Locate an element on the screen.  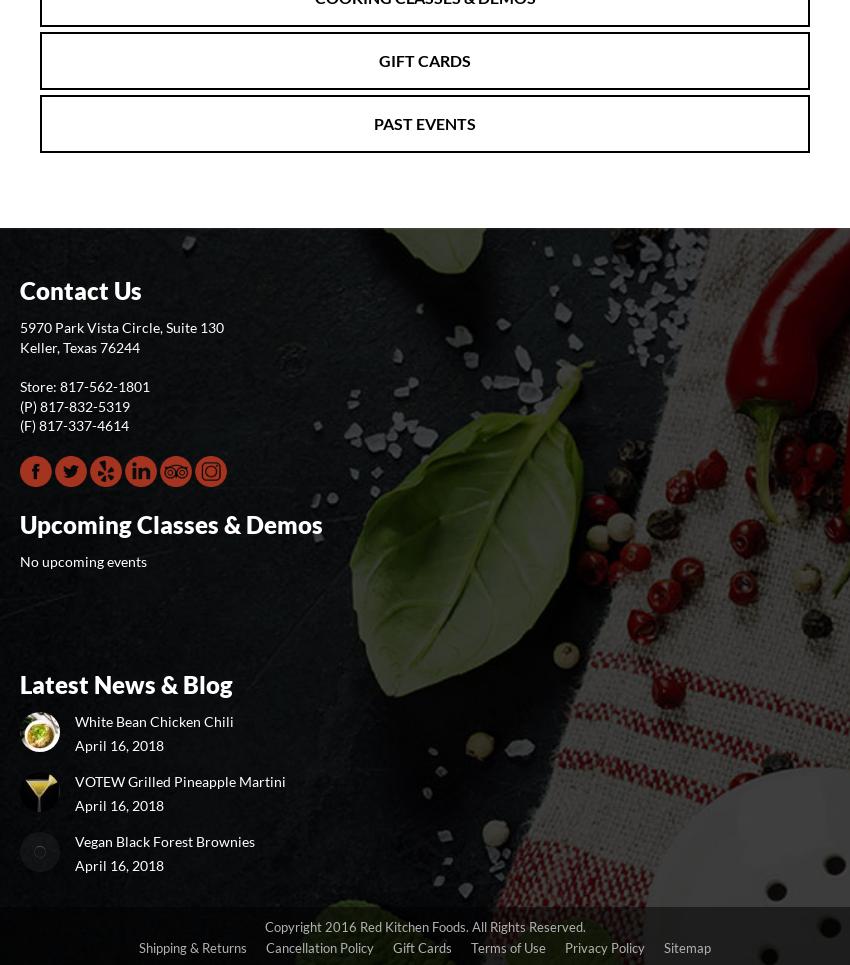
'(P) 817-832-5319' is located at coordinates (74, 404).